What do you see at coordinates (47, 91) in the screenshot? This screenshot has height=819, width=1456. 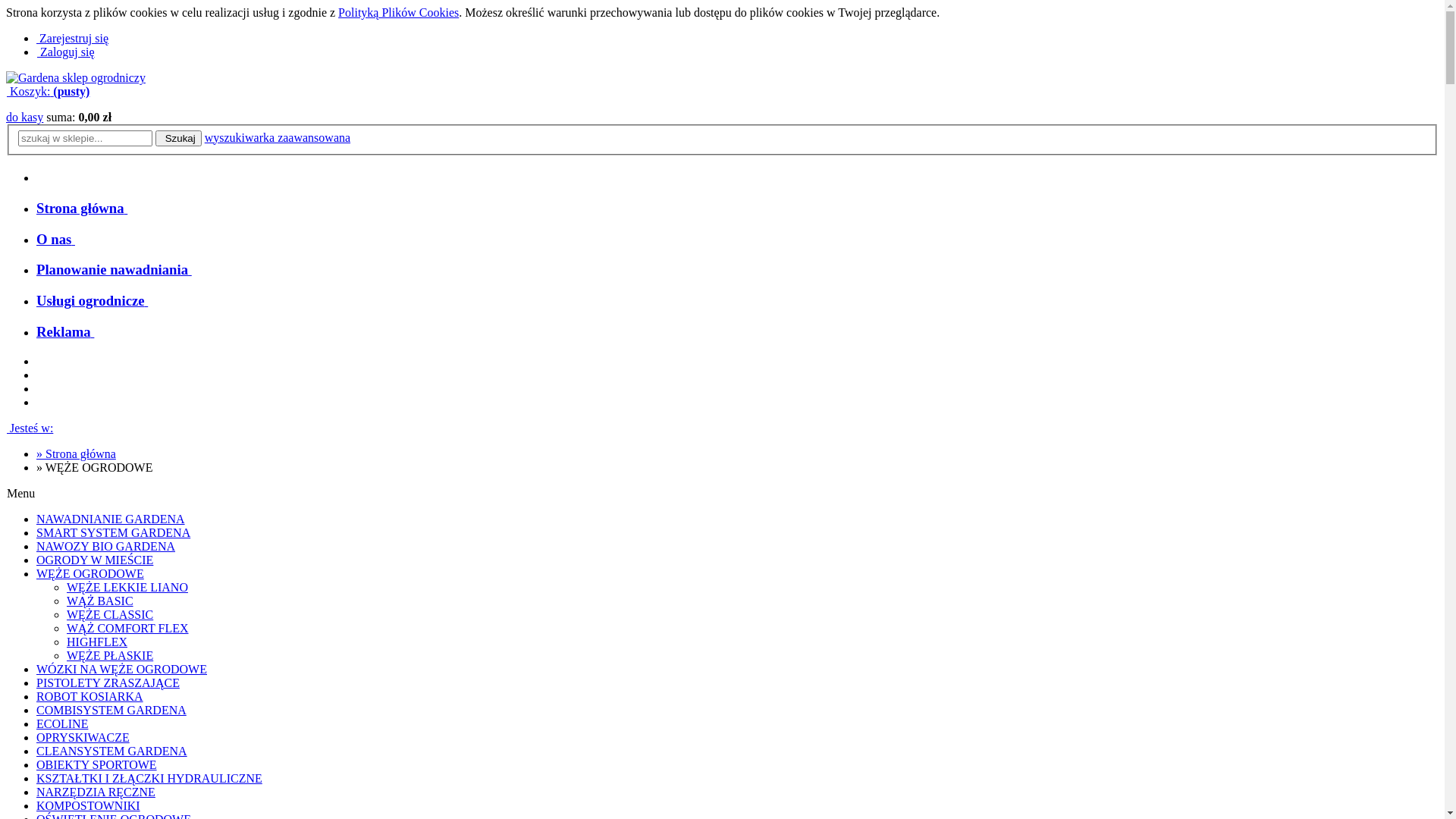 I see `'Koszyk: (pusty)'` at bounding box center [47, 91].